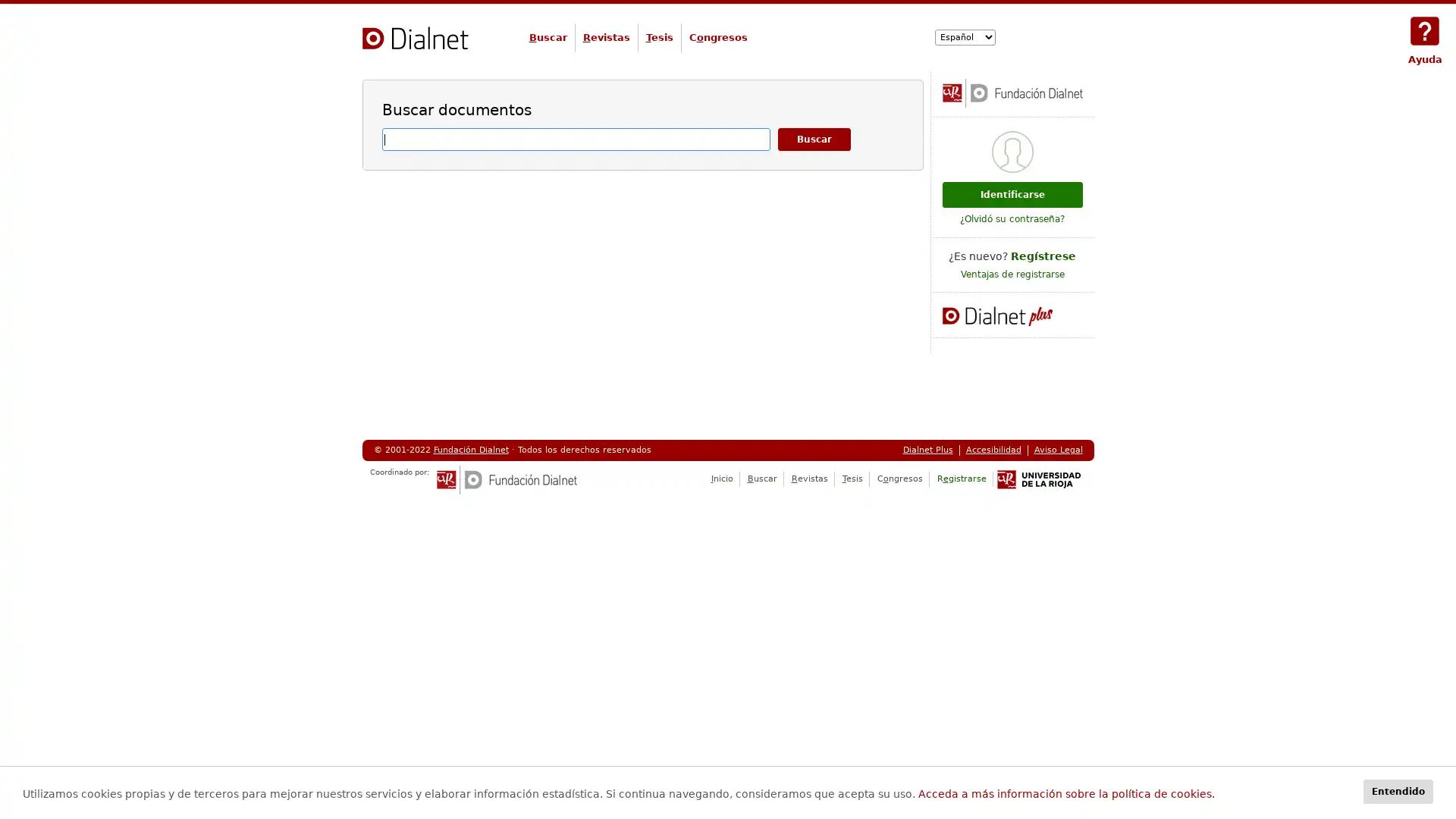  I want to click on Buscar, so click(813, 140).